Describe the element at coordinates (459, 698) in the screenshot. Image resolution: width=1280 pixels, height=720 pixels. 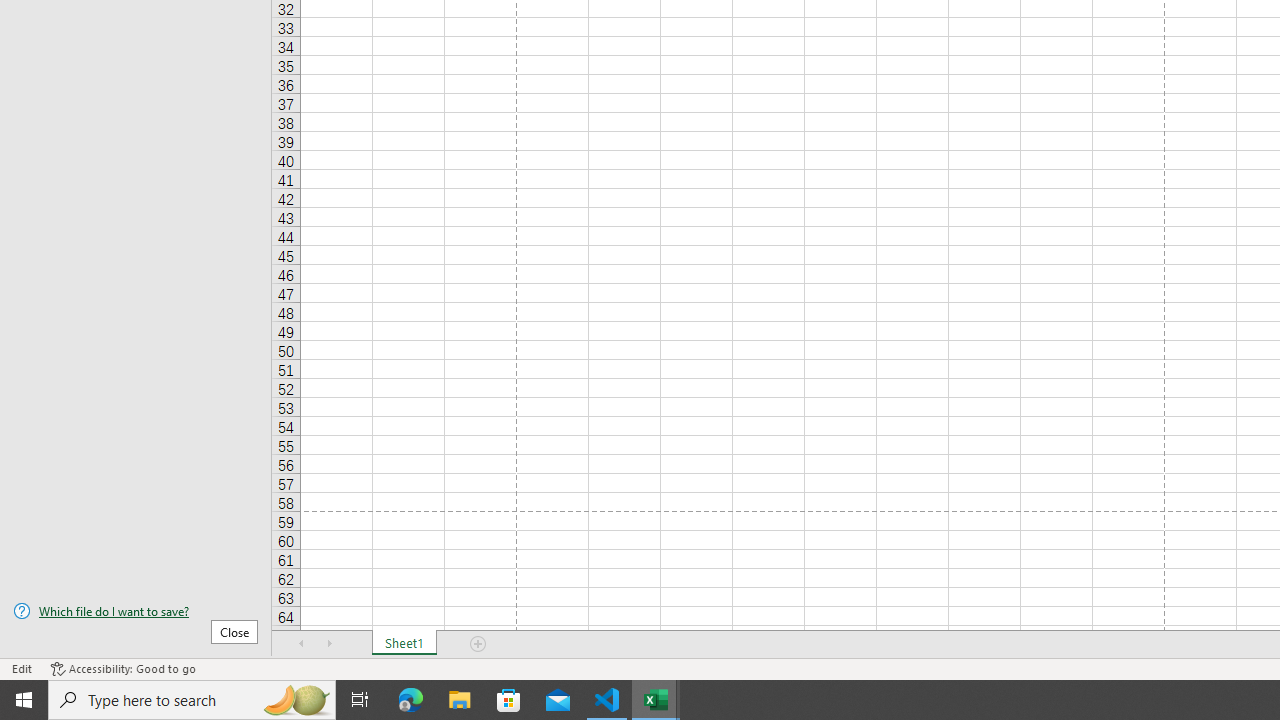
I see `'File Explorer'` at that location.